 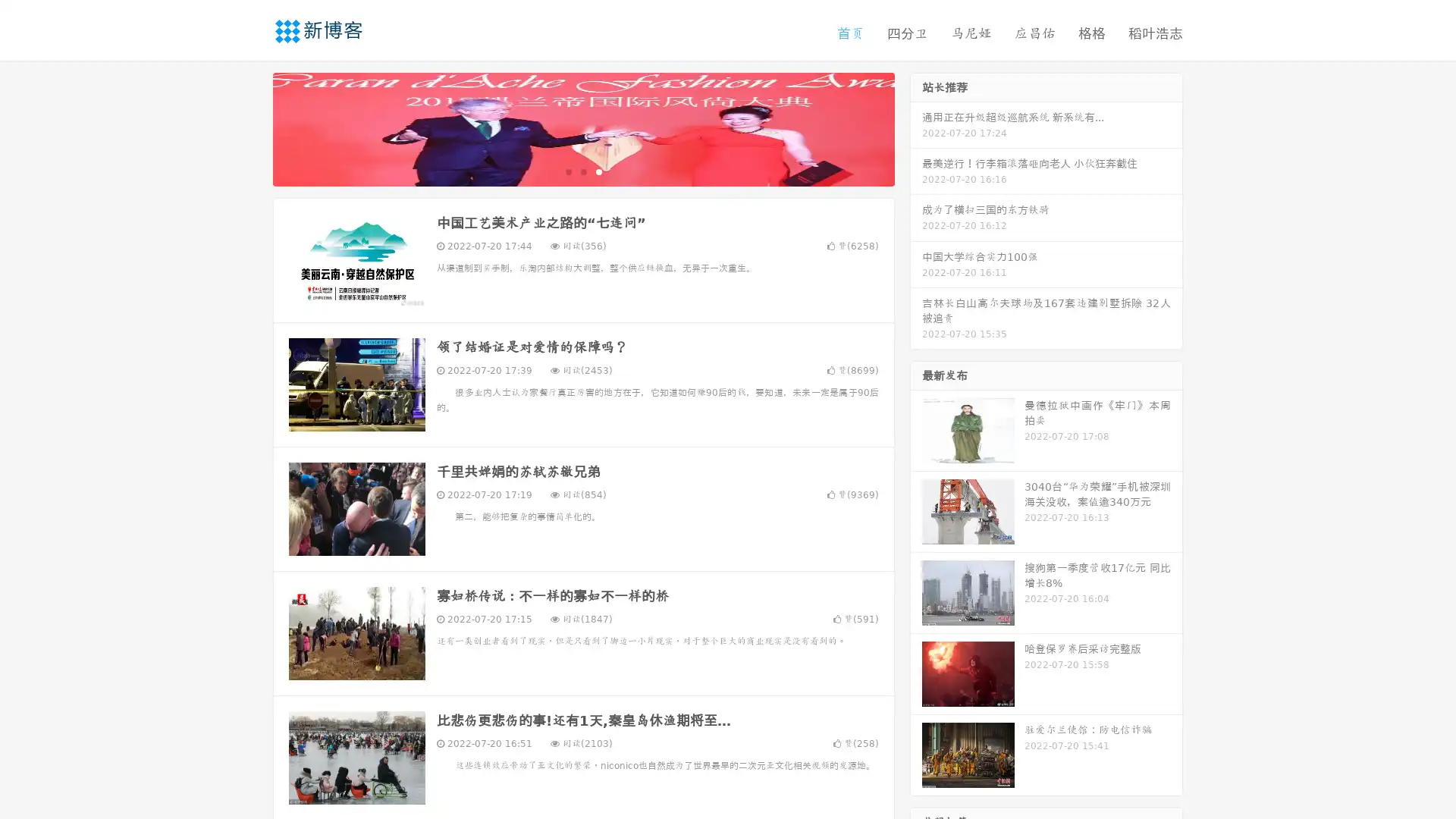 What do you see at coordinates (567, 171) in the screenshot?
I see `Go to slide 1` at bounding box center [567, 171].